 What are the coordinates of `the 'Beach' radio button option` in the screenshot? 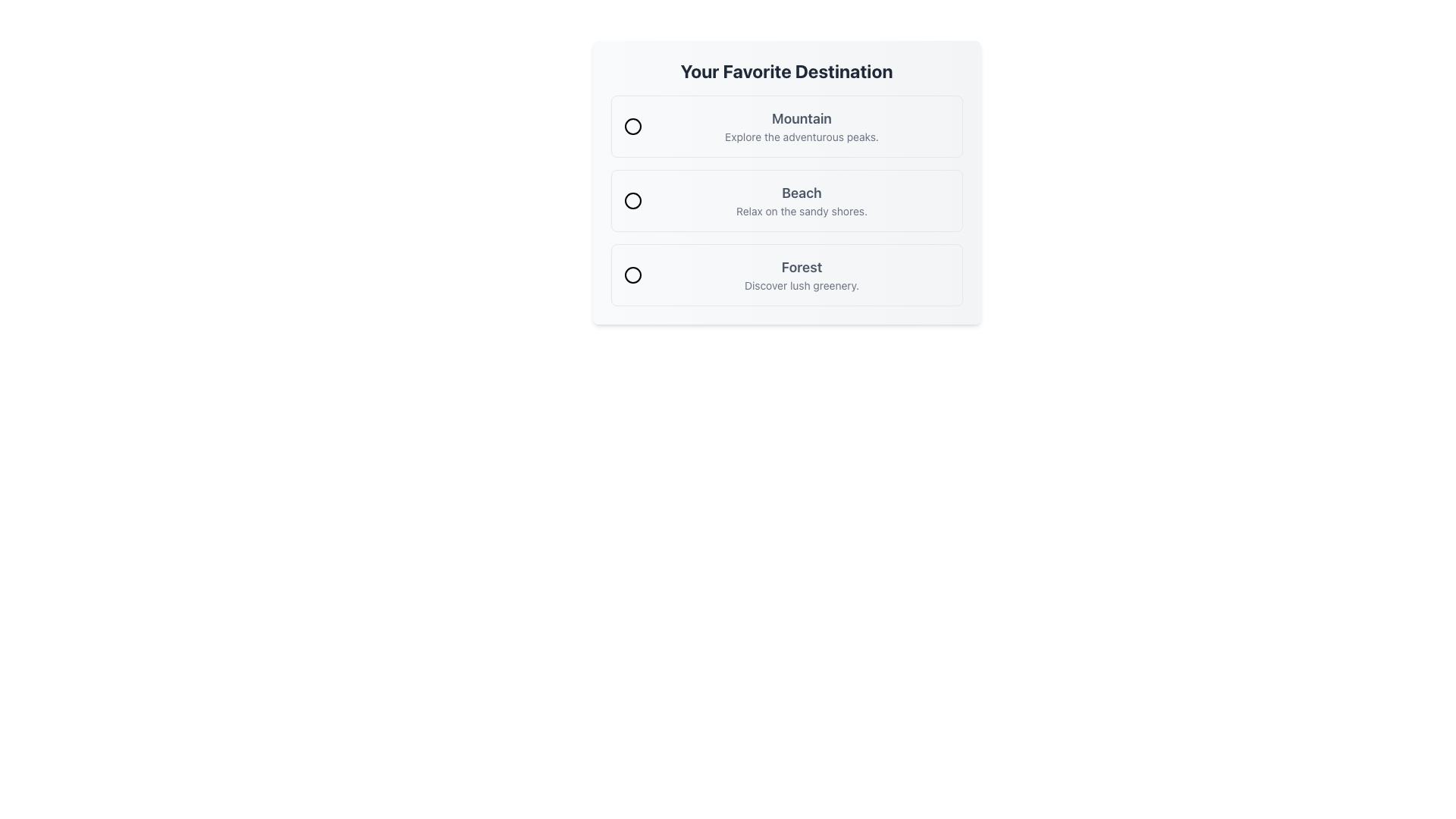 It's located at (786, 200).